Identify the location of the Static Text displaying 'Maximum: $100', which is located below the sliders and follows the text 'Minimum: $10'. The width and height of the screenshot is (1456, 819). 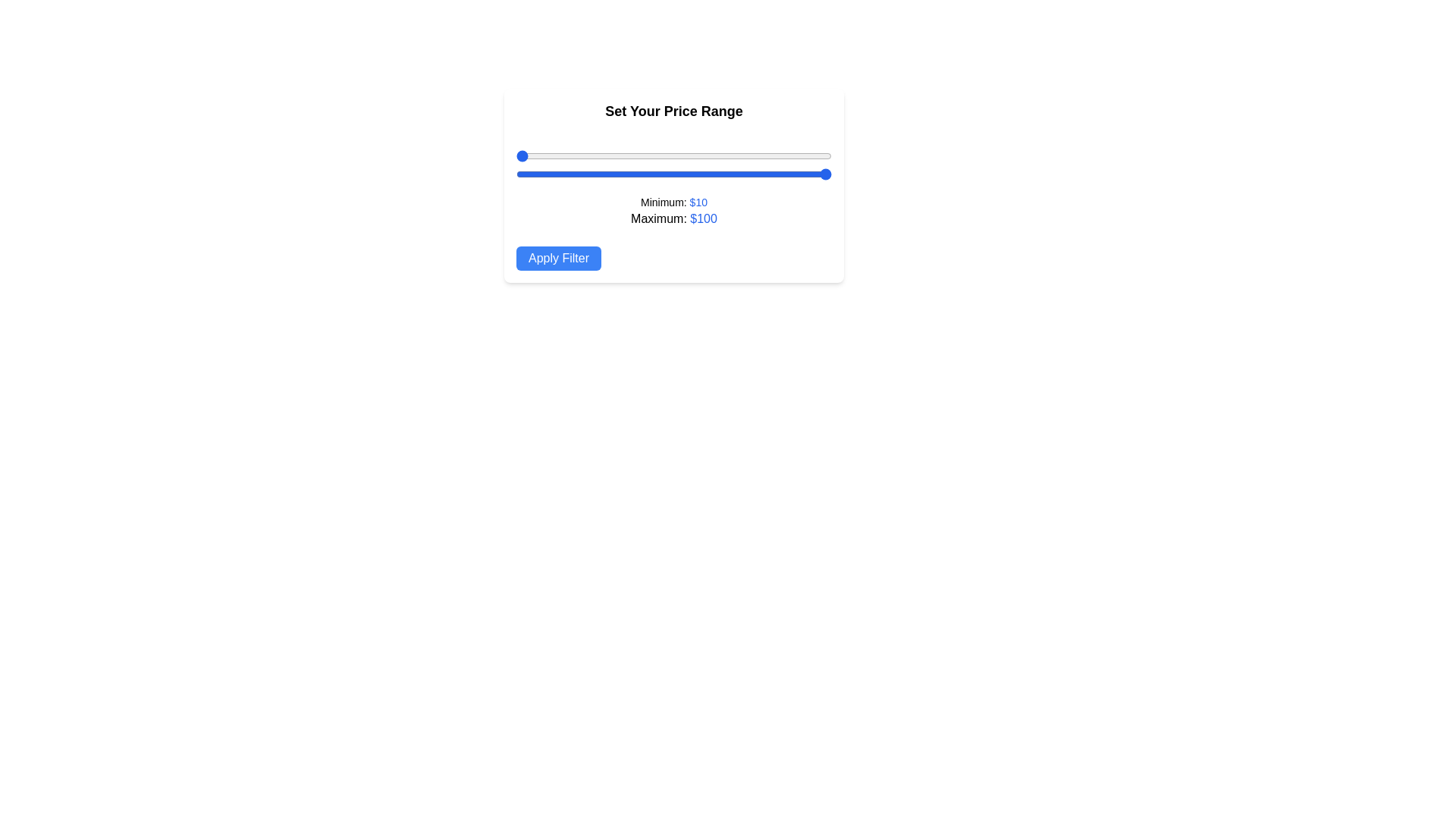
(673, 219).